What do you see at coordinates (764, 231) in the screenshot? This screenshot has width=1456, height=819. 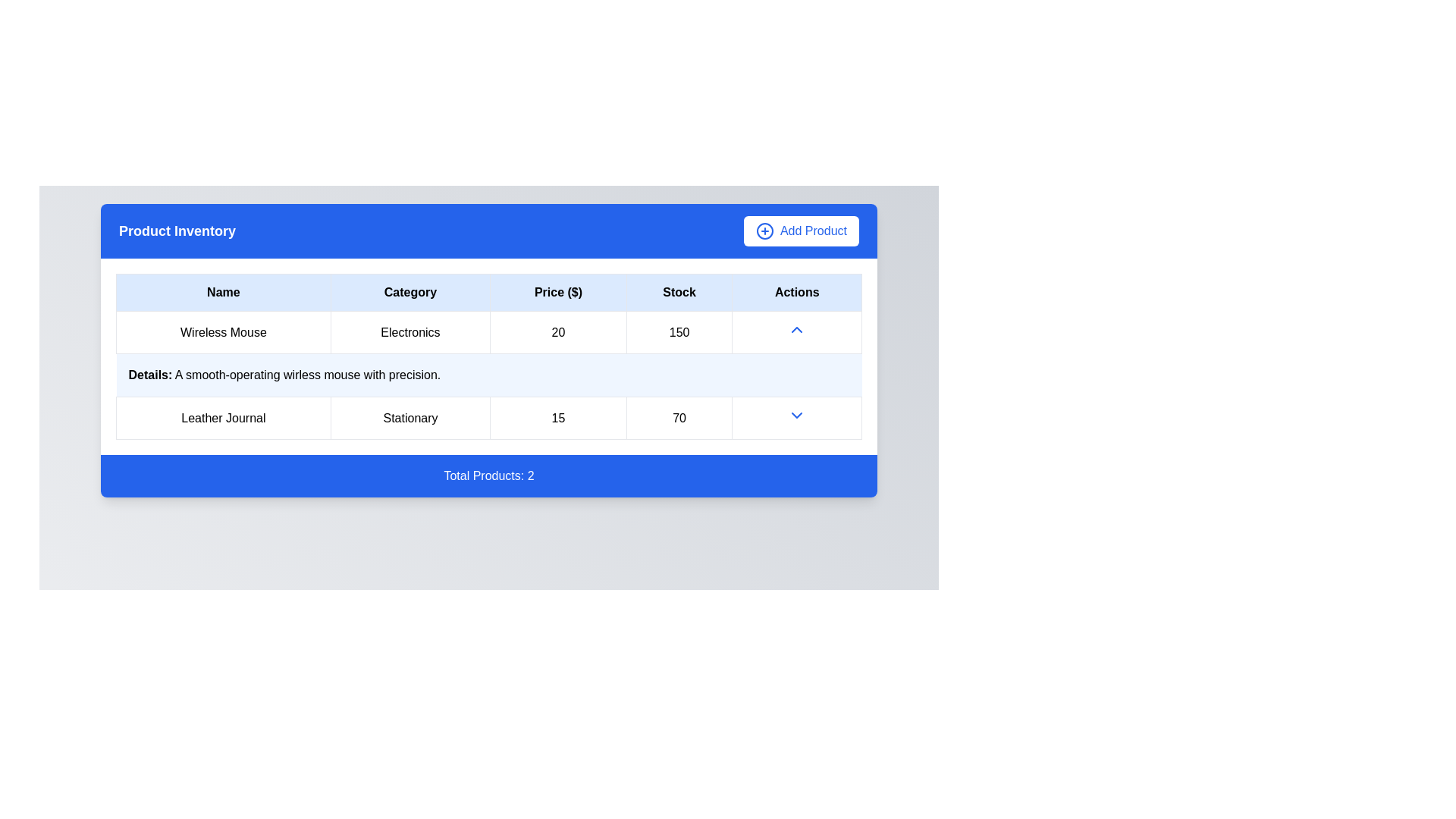 I see `the circular graphical component of the 'Add Product' button, which is part of a plus symbol icon located in the upper-right section of the blue header bar` at bounding box center [764, 231].